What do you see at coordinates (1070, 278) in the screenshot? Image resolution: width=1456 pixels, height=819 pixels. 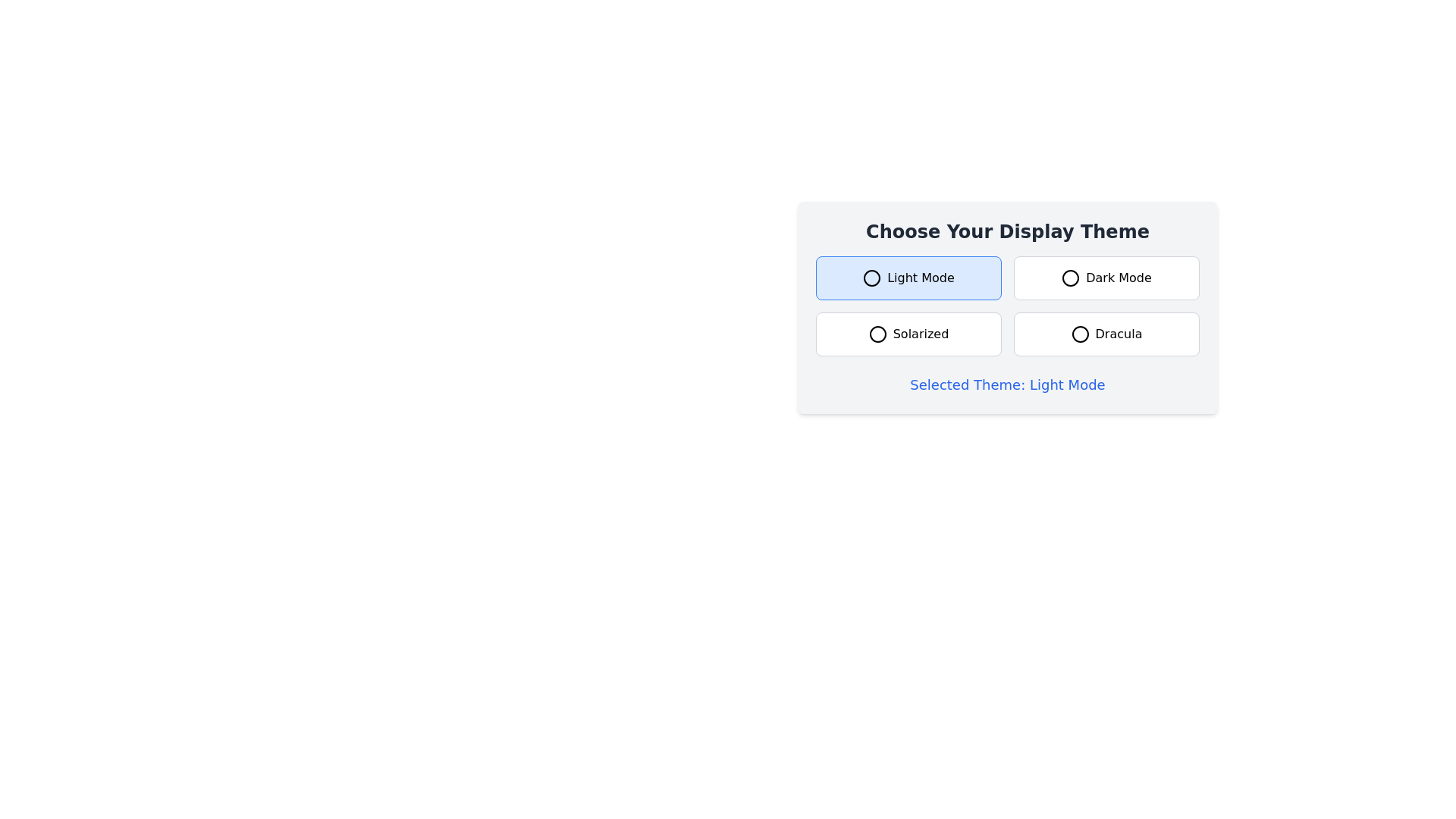 I see `the unfilled circular radio button for 'Dark Mode' located within the 'Choose Your Display Theme' selection interface to visualize its hover effects` at bounding box center [1070, 278].